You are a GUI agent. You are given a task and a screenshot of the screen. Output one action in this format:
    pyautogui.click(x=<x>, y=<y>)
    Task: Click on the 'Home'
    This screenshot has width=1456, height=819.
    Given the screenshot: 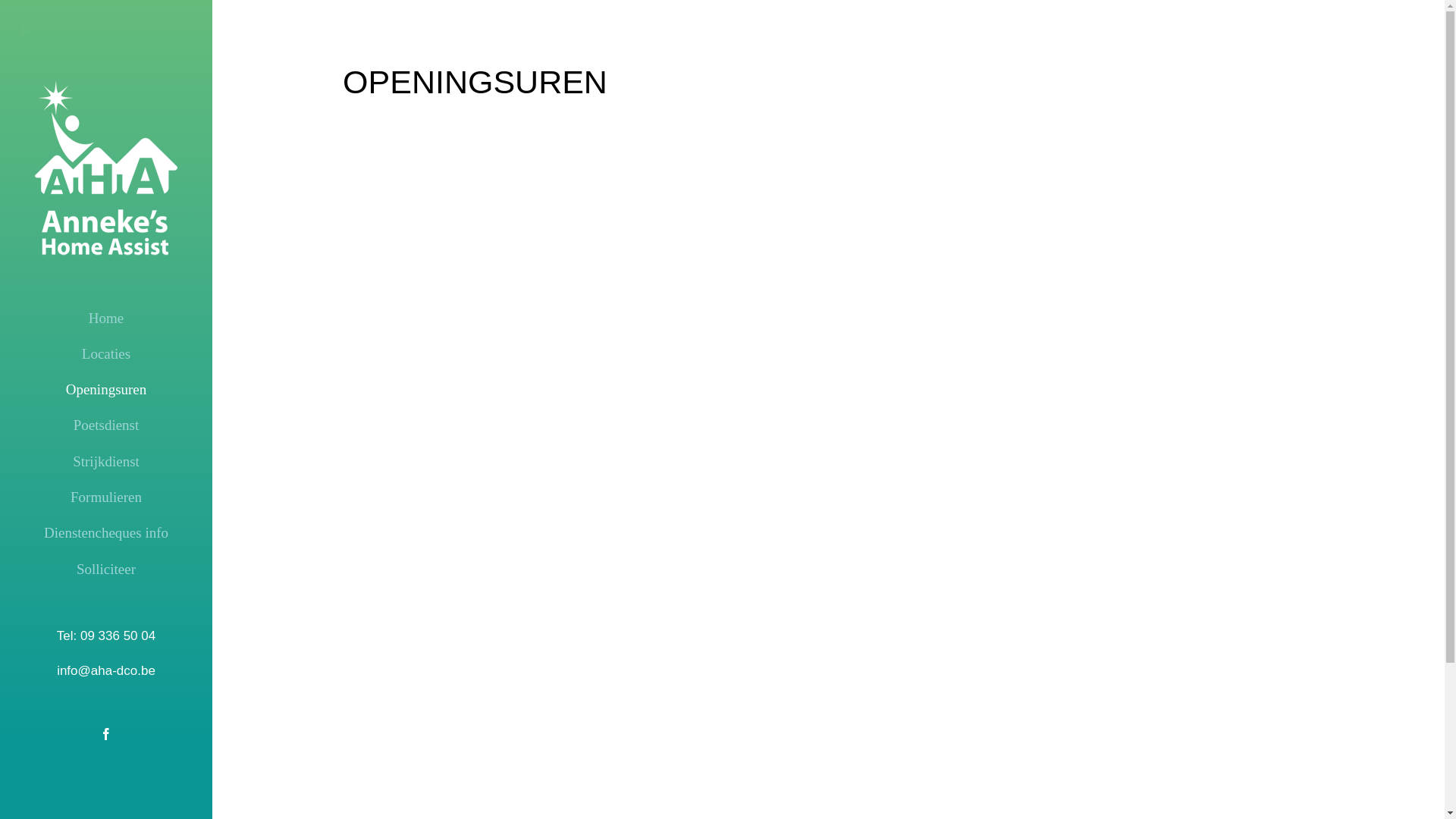 What is the action you would take?
    pyautogui.click(x=105, y=318)
    